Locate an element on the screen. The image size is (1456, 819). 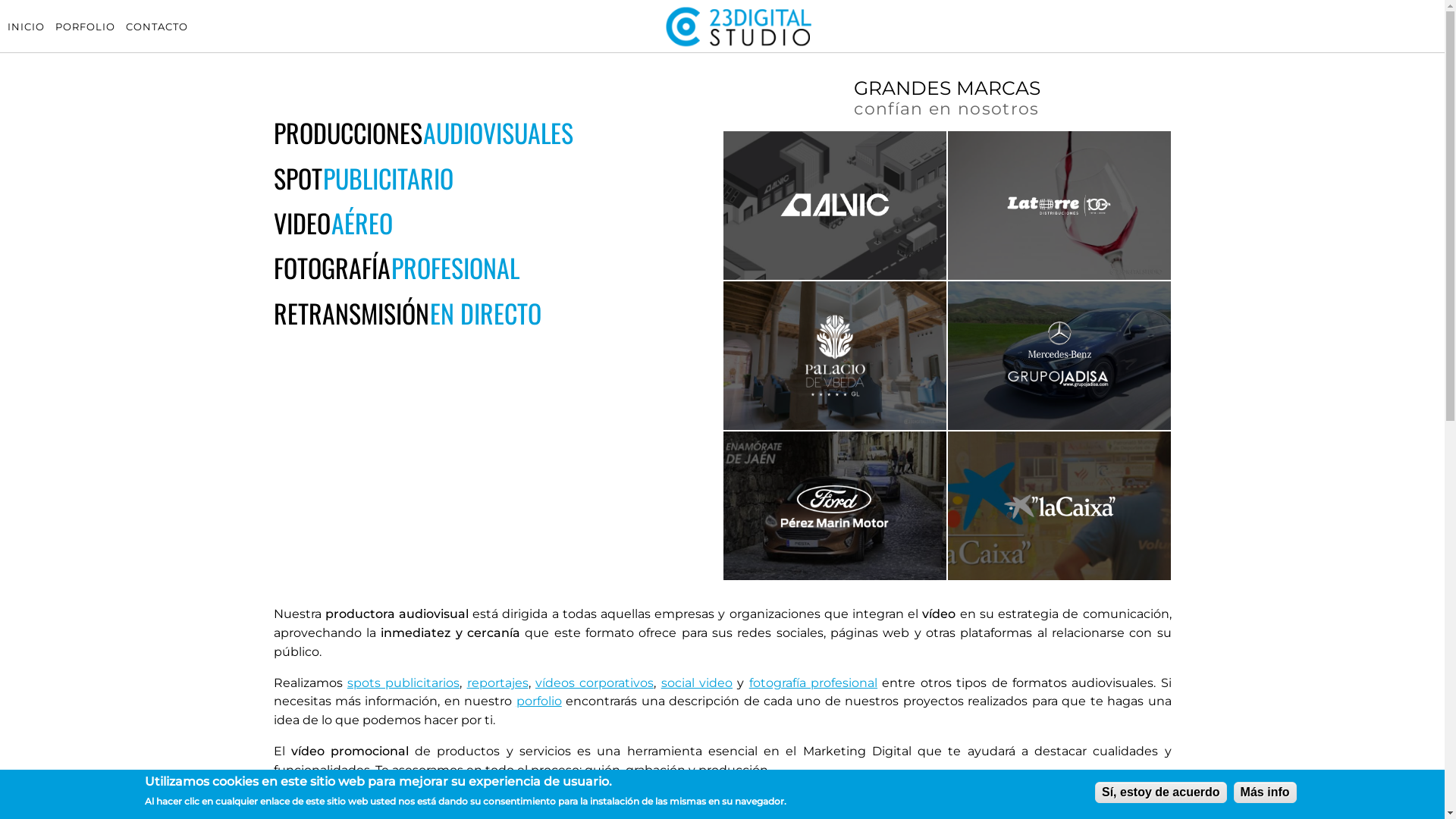
'social video' is located at coordinates (695, 682).